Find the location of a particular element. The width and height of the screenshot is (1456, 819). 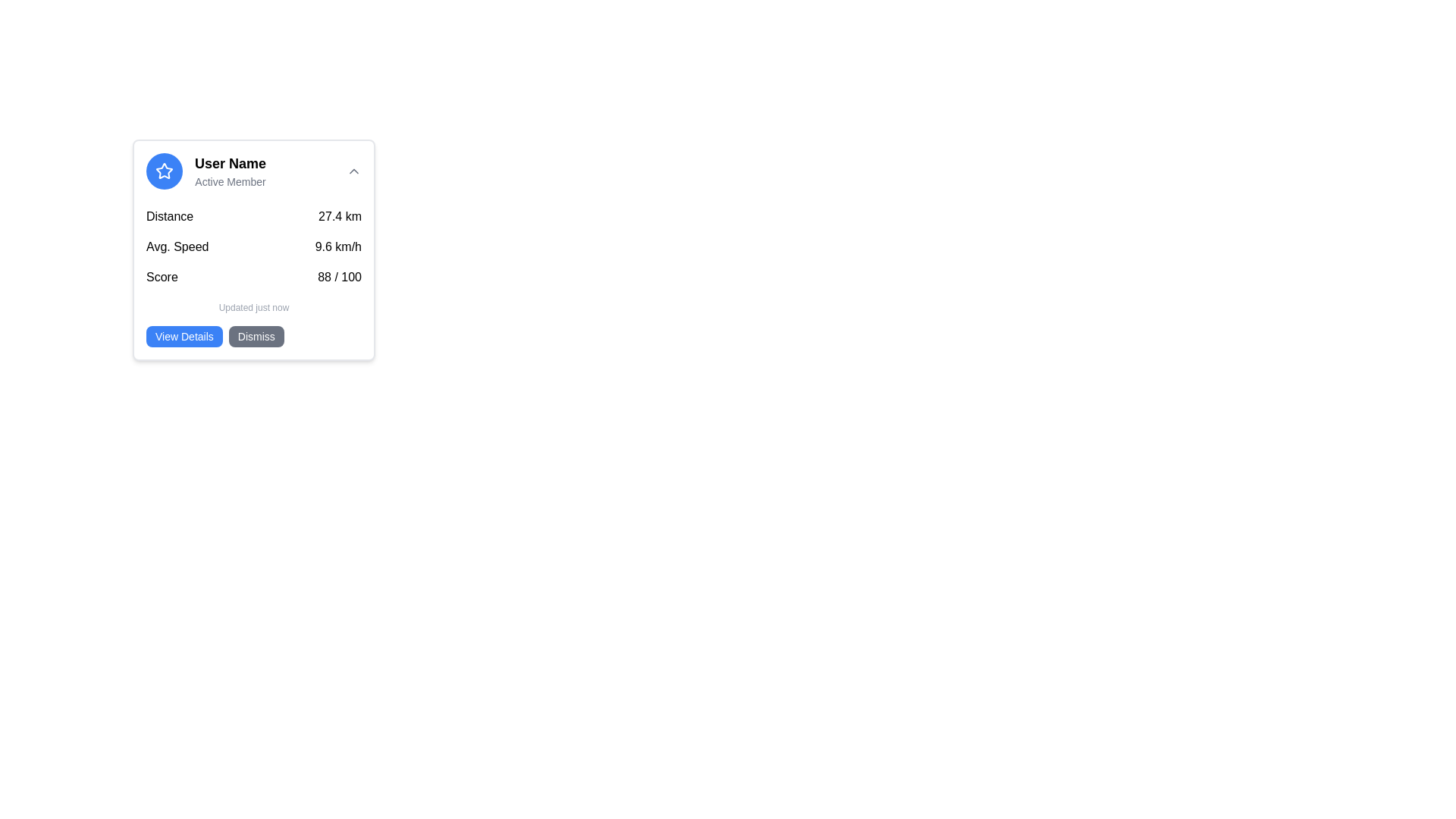

the 'Dismiss' button, which is a rectangular button with white text on a gray background, located to the right of the 'View Details' button at the bottom of a card-like component is located at coordinates (256, 335).